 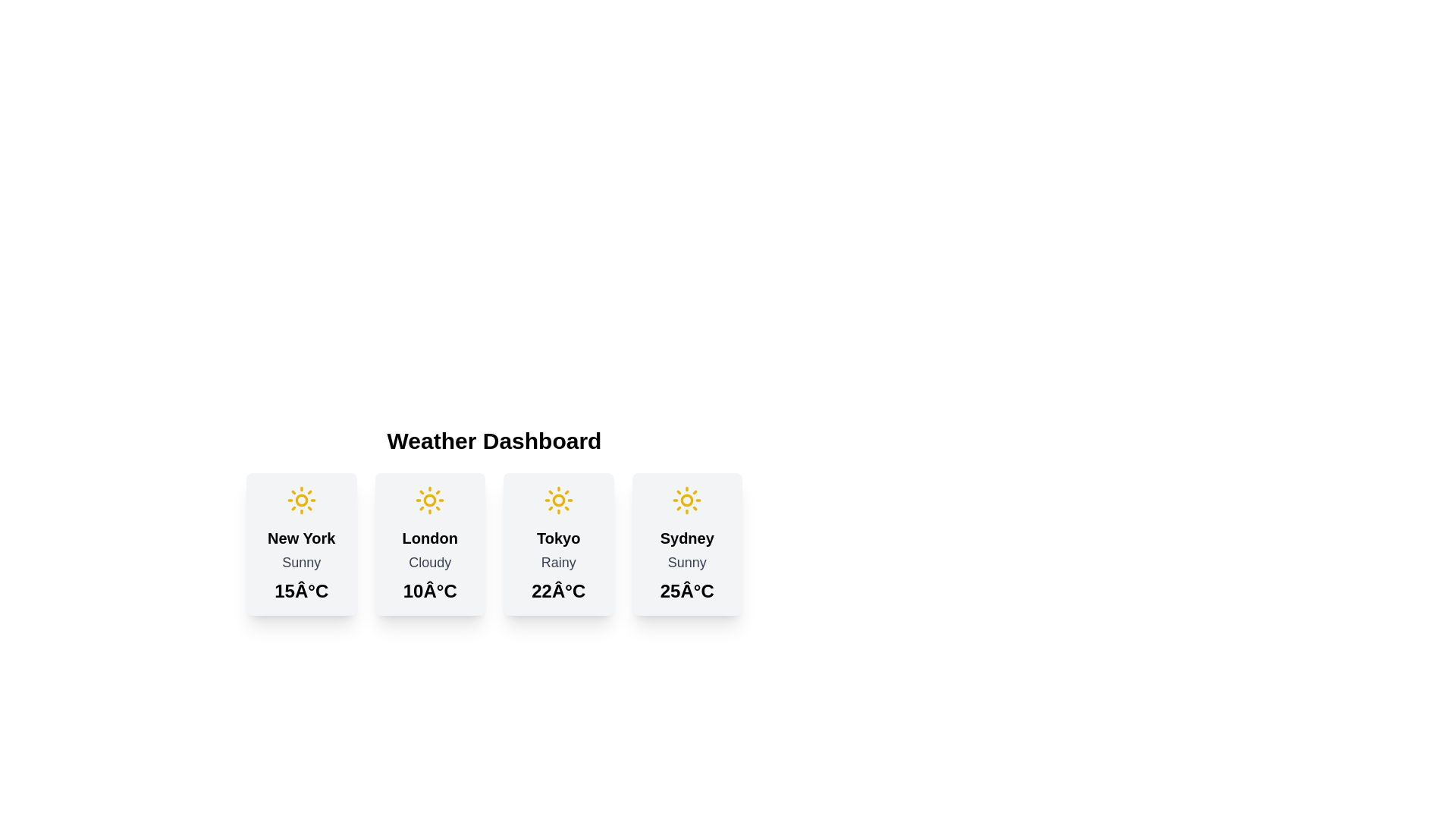 What do you see at coordinates (301, 500) in the screenshot?
I see `the small circular decorative graphic at the center of the sun illustration in the weather dashboard card labeled 'New York'` at bounding box center [301, 500].